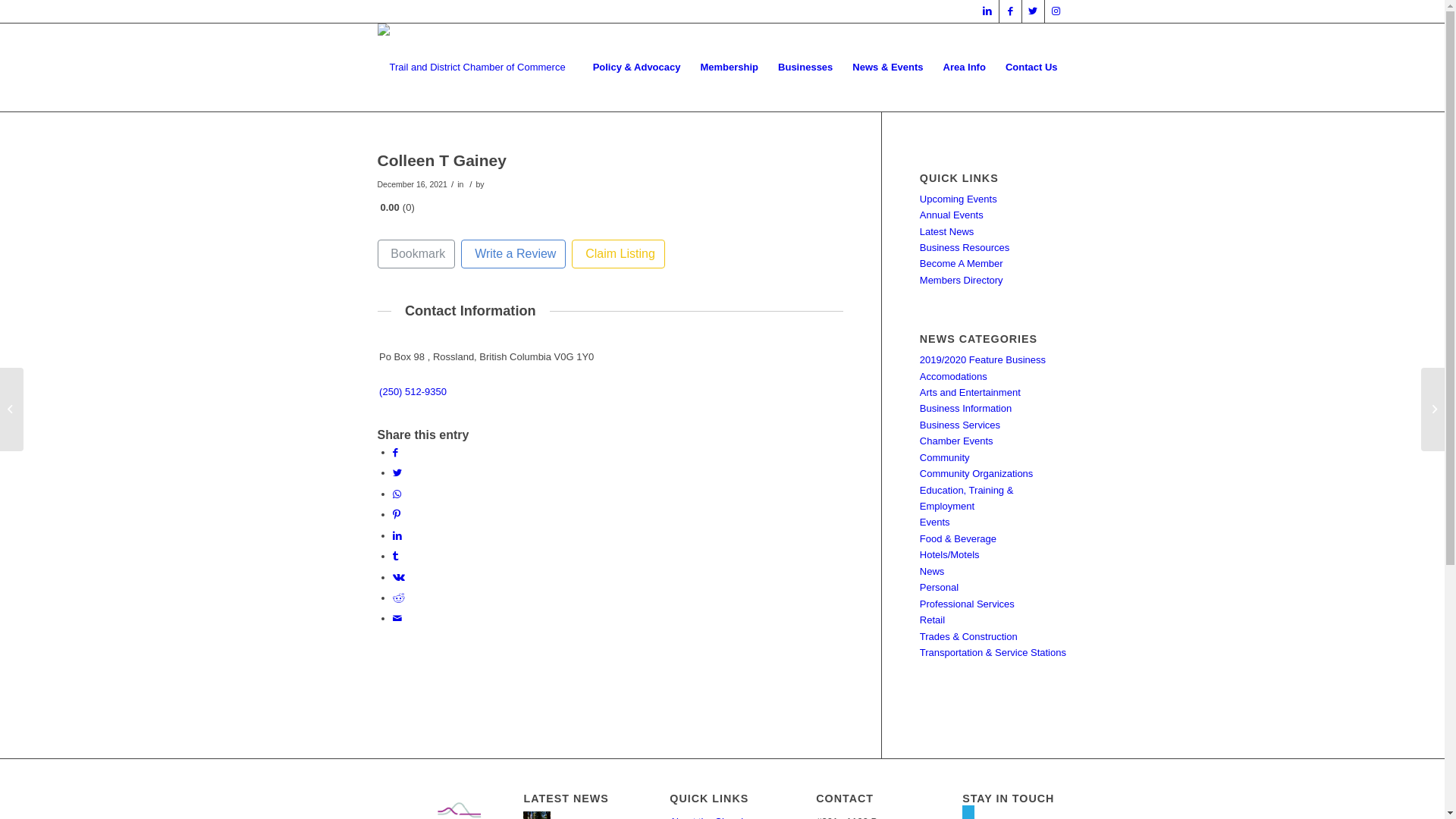  Describe the element at coordinates (964, 66) in the screenshot. I see `'Area Info'` at that location.